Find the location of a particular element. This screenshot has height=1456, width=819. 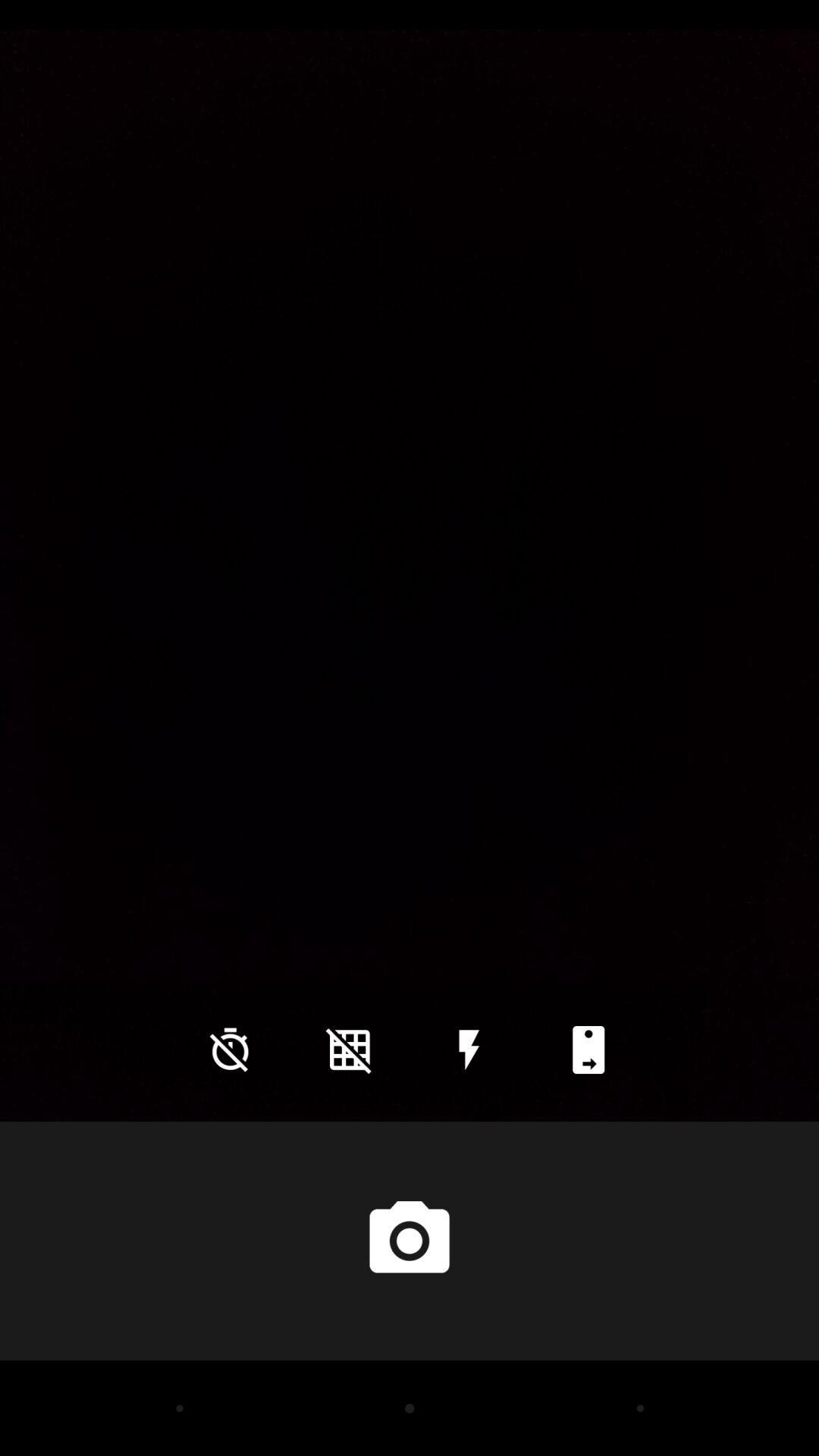

item at the bottom right corner is located at coordinates (588, 1049).